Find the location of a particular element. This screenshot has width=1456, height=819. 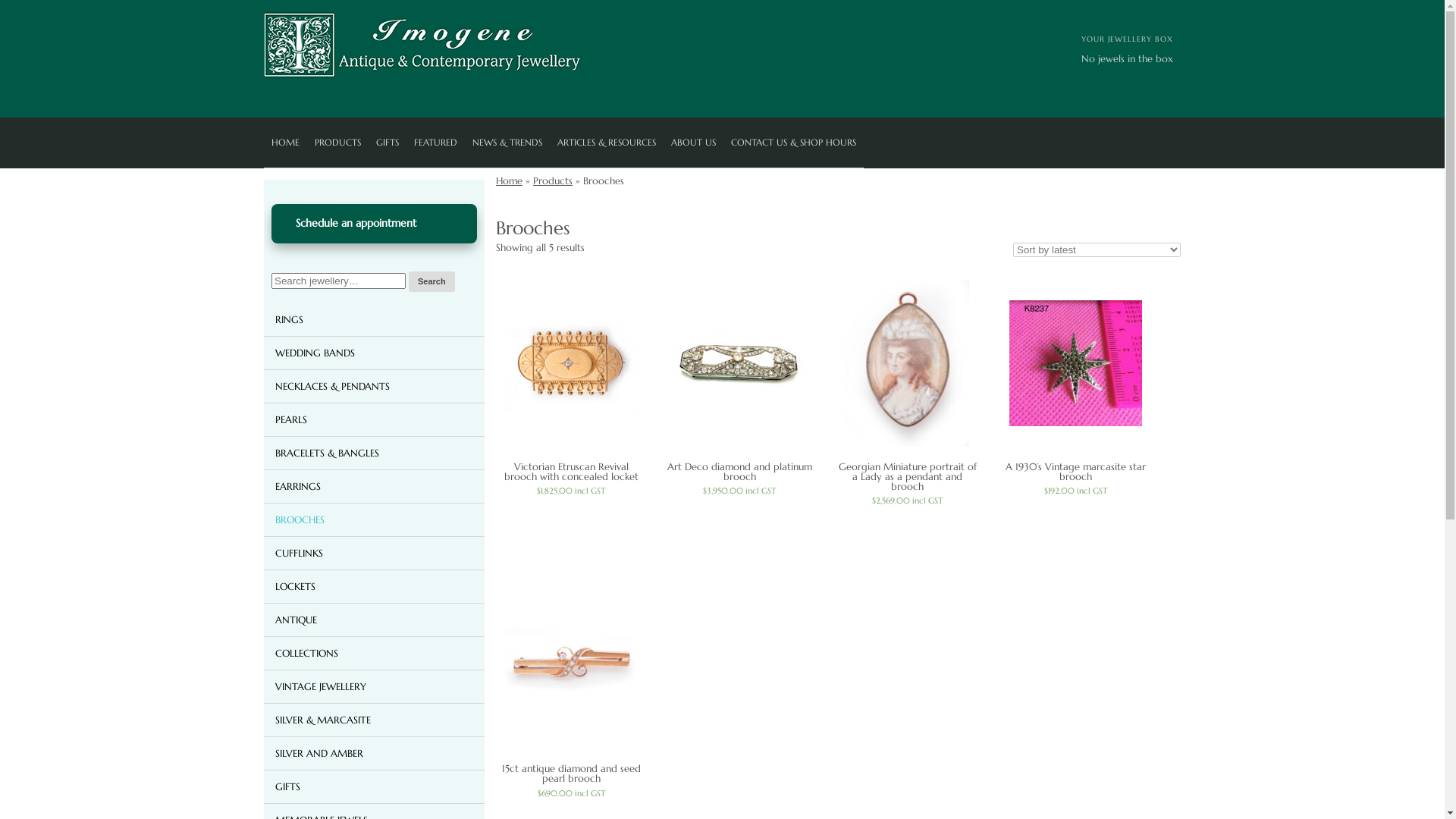

'SILVER & MARCASITE' is located at coordinates (374, 718).